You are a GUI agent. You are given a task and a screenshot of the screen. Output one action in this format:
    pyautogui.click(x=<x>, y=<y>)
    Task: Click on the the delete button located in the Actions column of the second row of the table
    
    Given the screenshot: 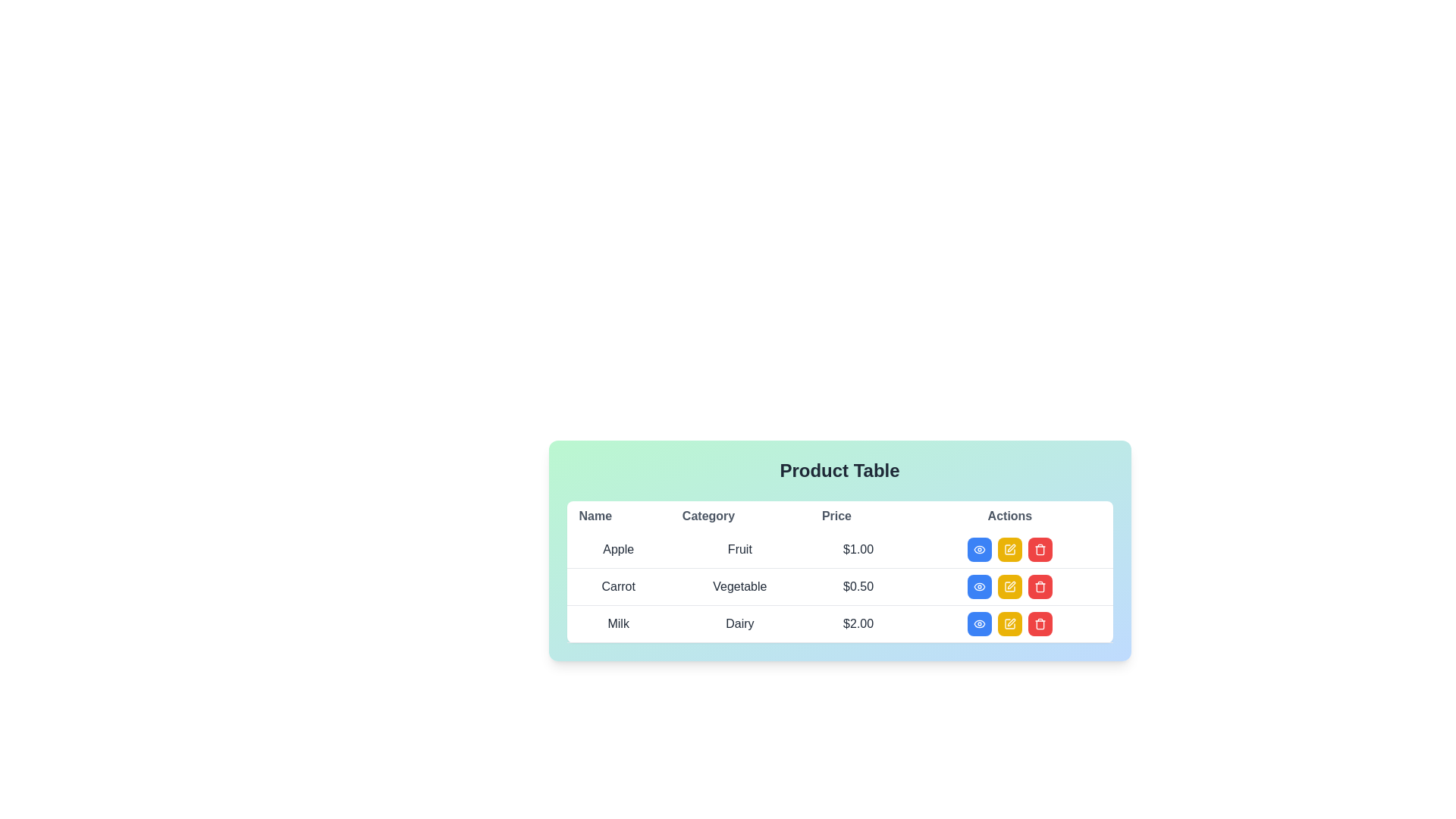 What is the action you would take?
    pyautogui.click(x=1039, y=586)
    